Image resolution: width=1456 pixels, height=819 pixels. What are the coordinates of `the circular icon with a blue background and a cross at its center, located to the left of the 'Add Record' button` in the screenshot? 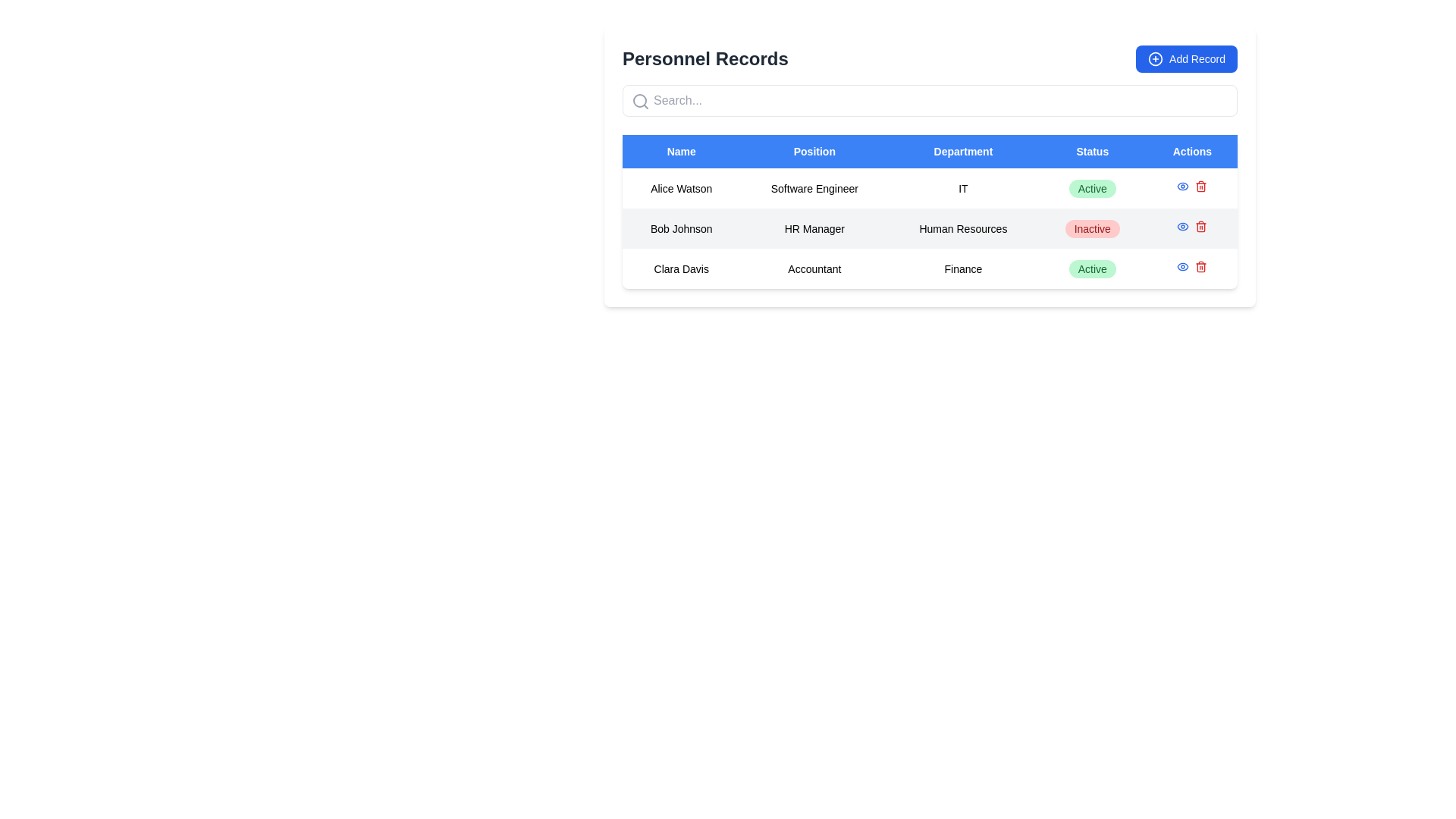 It's located at (1155, 58).